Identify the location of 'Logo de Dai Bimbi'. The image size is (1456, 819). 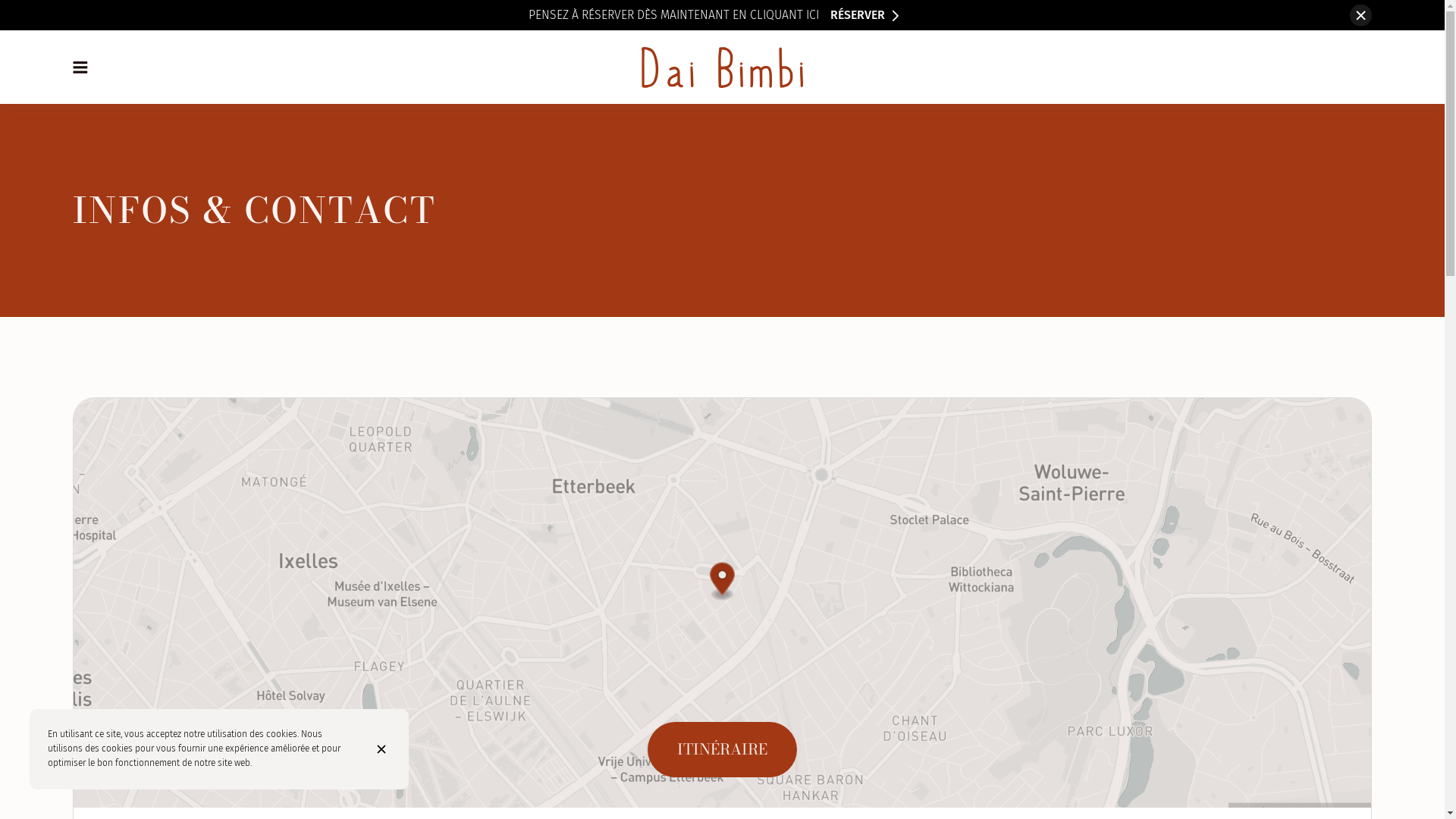
(721, 66).